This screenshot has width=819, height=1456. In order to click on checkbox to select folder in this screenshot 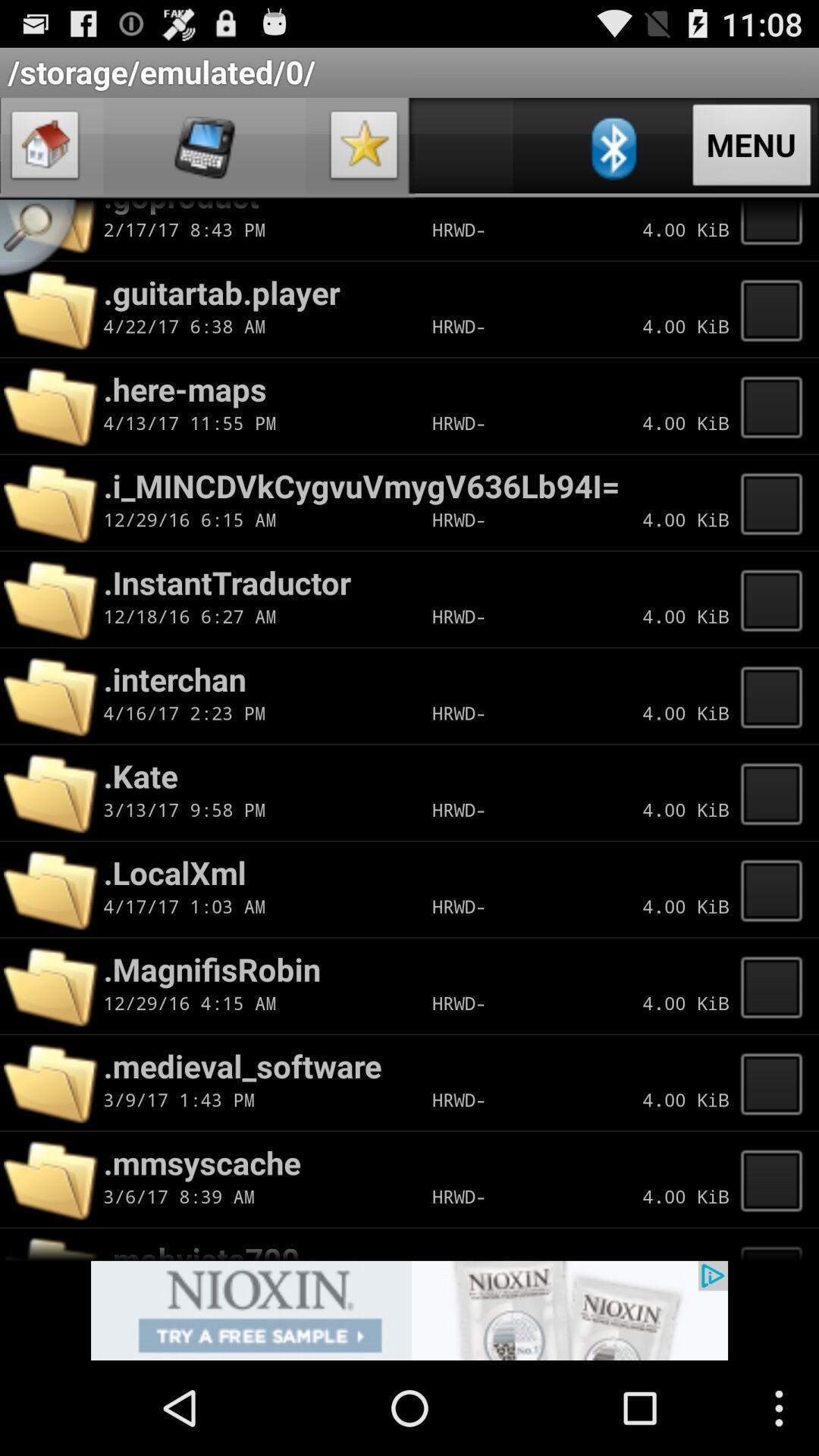, I will do `click(776, 1178)`.